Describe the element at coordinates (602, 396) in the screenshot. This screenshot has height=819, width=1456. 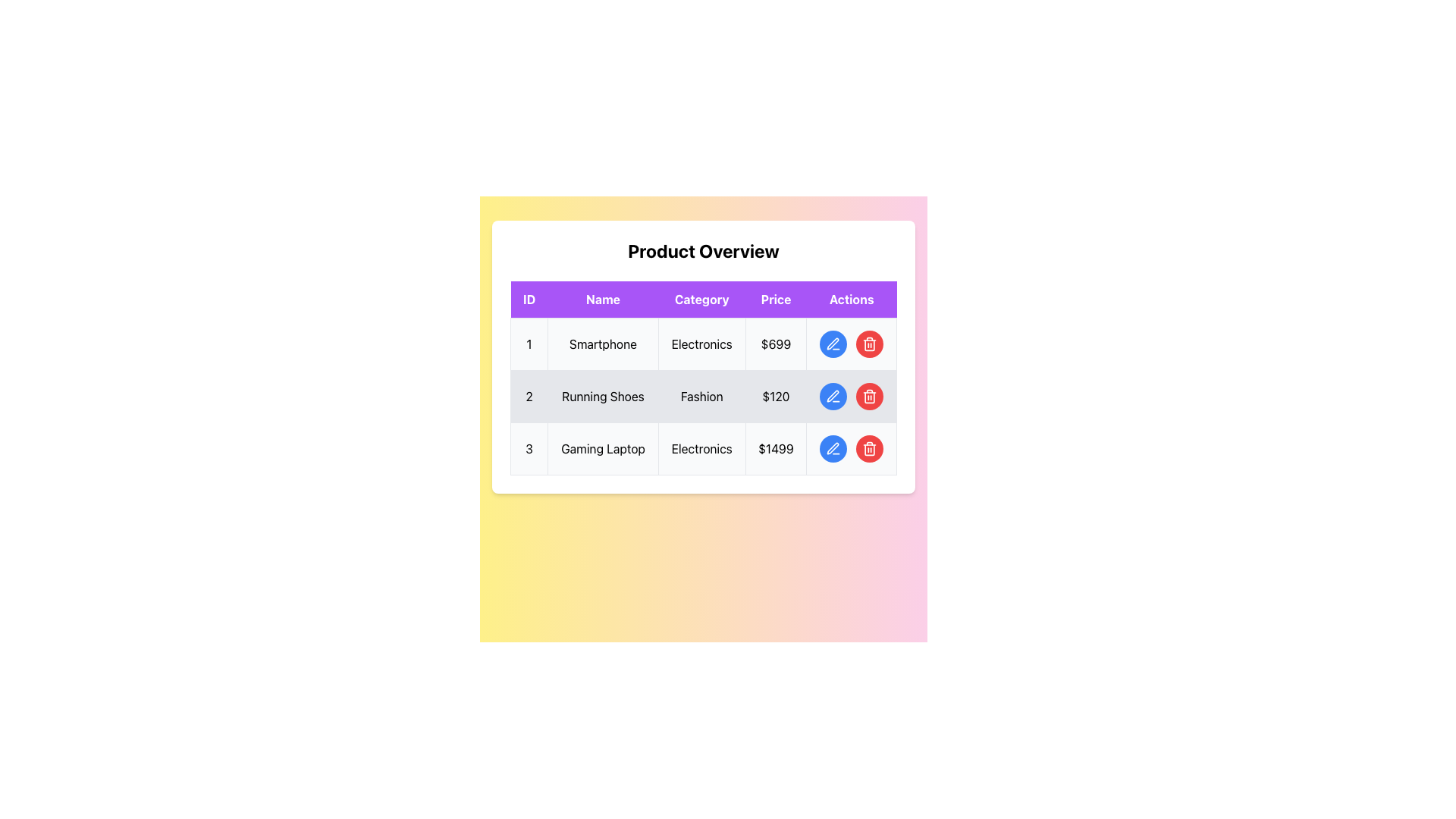
I see `the text label that displays 'Running Shoes', which is styled with a gray background and is located in the second column of the second row of a table` at that location.